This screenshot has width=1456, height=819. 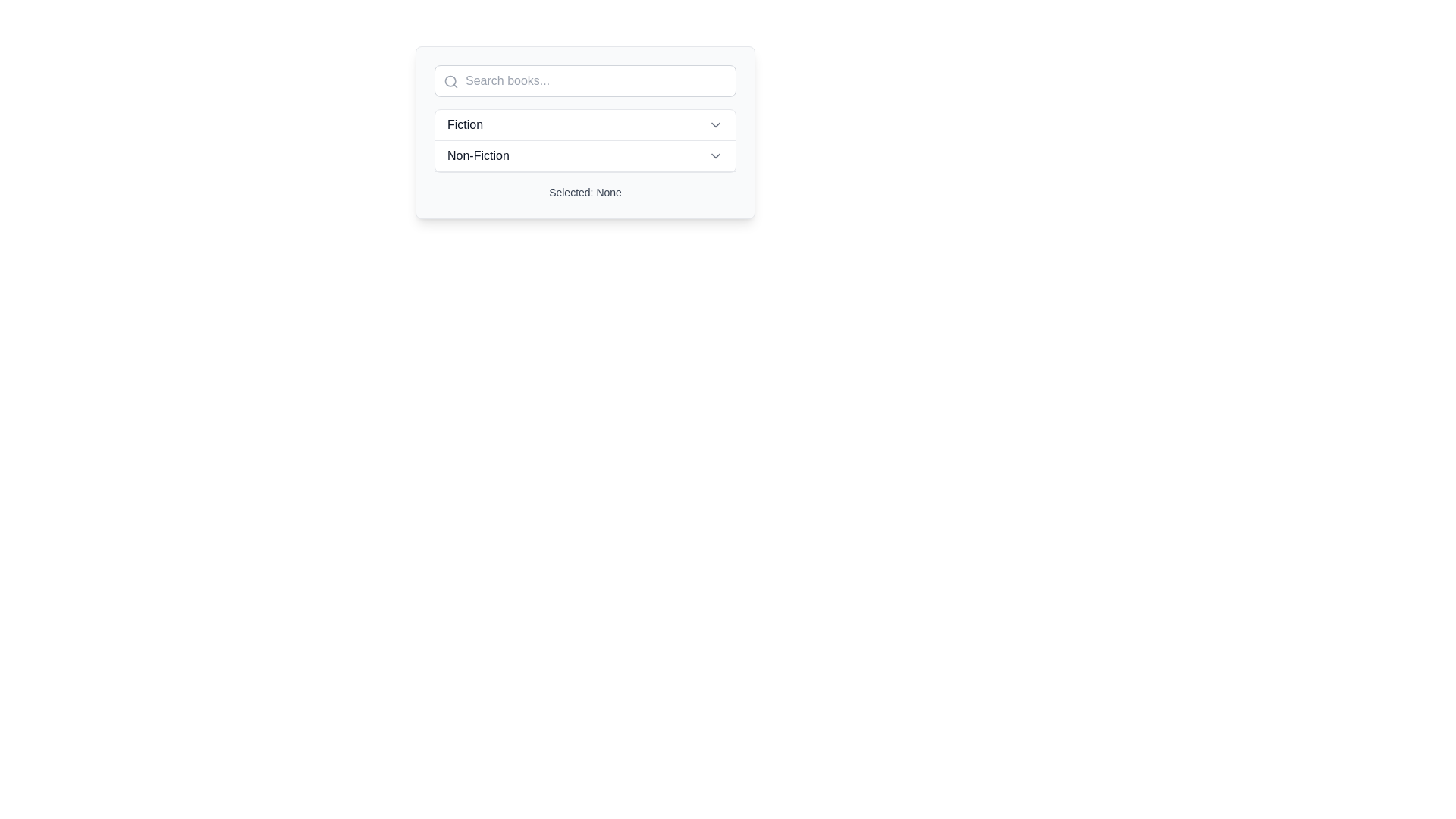 What do you see at coordinates (585, 140) in the screenshot?
I see `the Dropdown menu containing 'Fiction' and 'Non-Fiction' options` at bounding box center [585, 140].